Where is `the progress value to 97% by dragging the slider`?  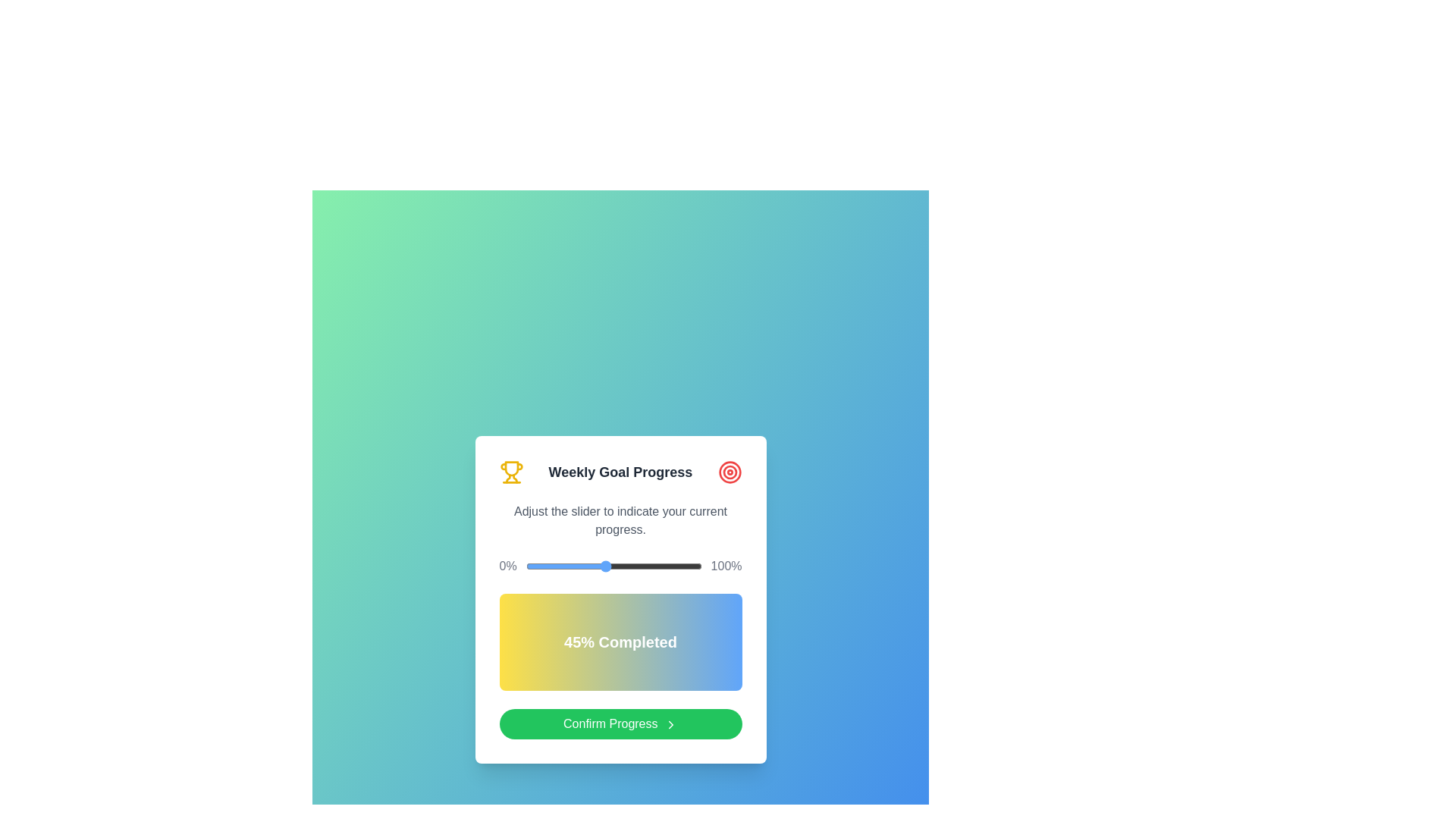 the progress value to 97% by dragging the slider is located at coordinates (695, 566).